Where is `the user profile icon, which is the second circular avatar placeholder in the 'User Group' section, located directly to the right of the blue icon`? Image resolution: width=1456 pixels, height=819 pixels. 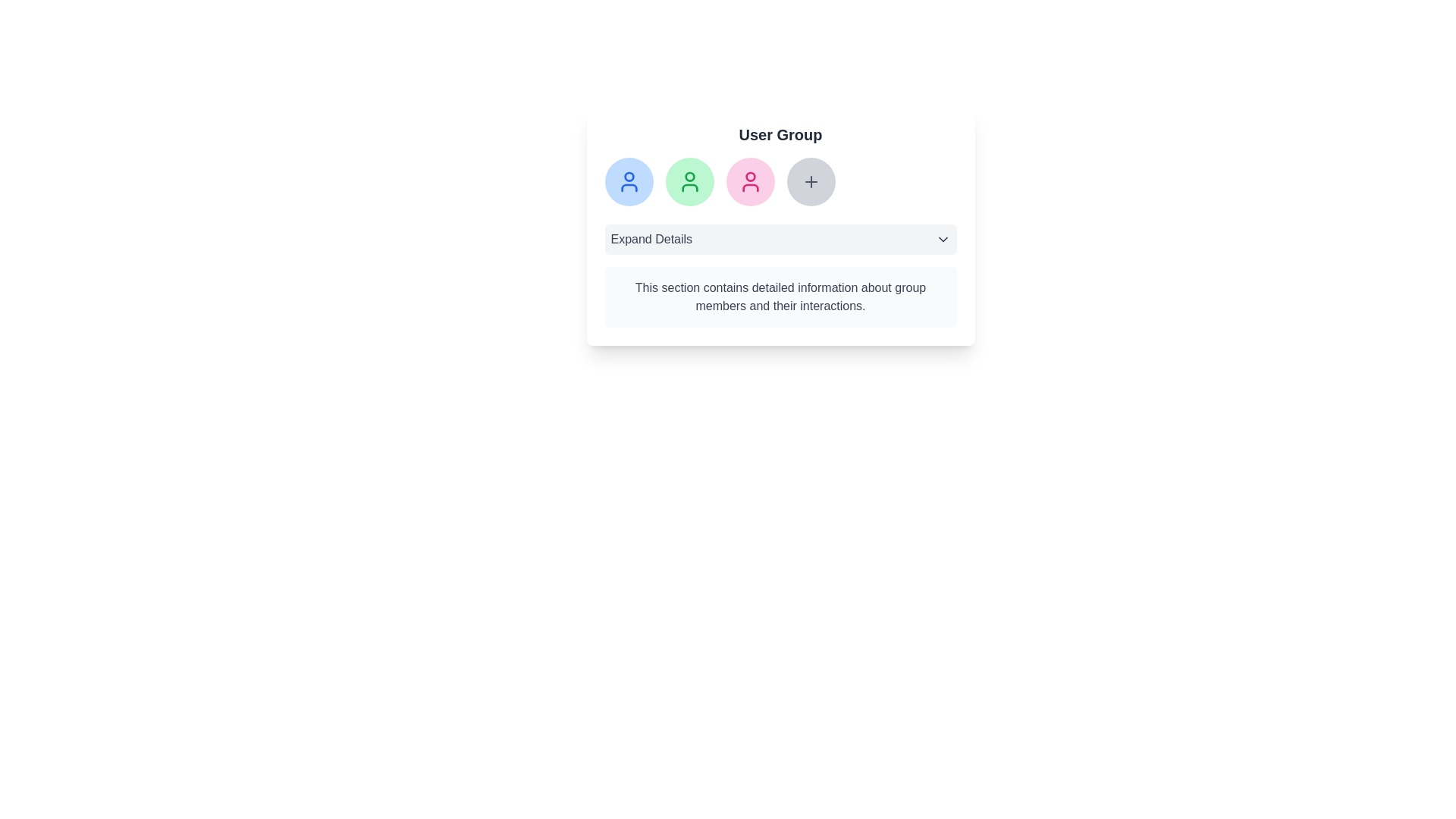
the user profile icon, which is the second circular avatar placeholder in the 'User Group' section, located directly to the right of the blue icon is located at coordinates (689, 176).